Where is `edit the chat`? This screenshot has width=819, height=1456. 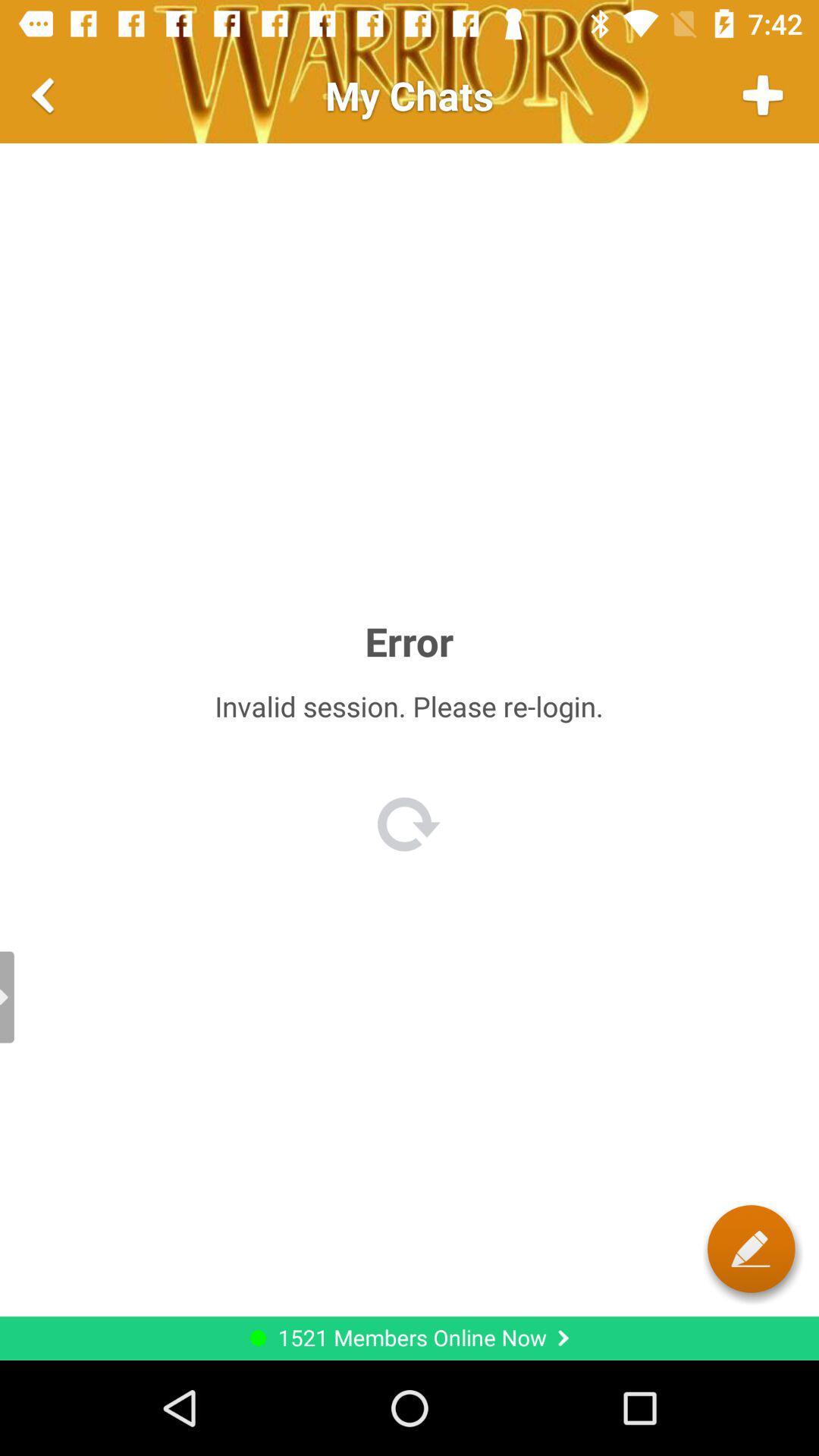
edit the chat is located at coordinates (751, 1248).